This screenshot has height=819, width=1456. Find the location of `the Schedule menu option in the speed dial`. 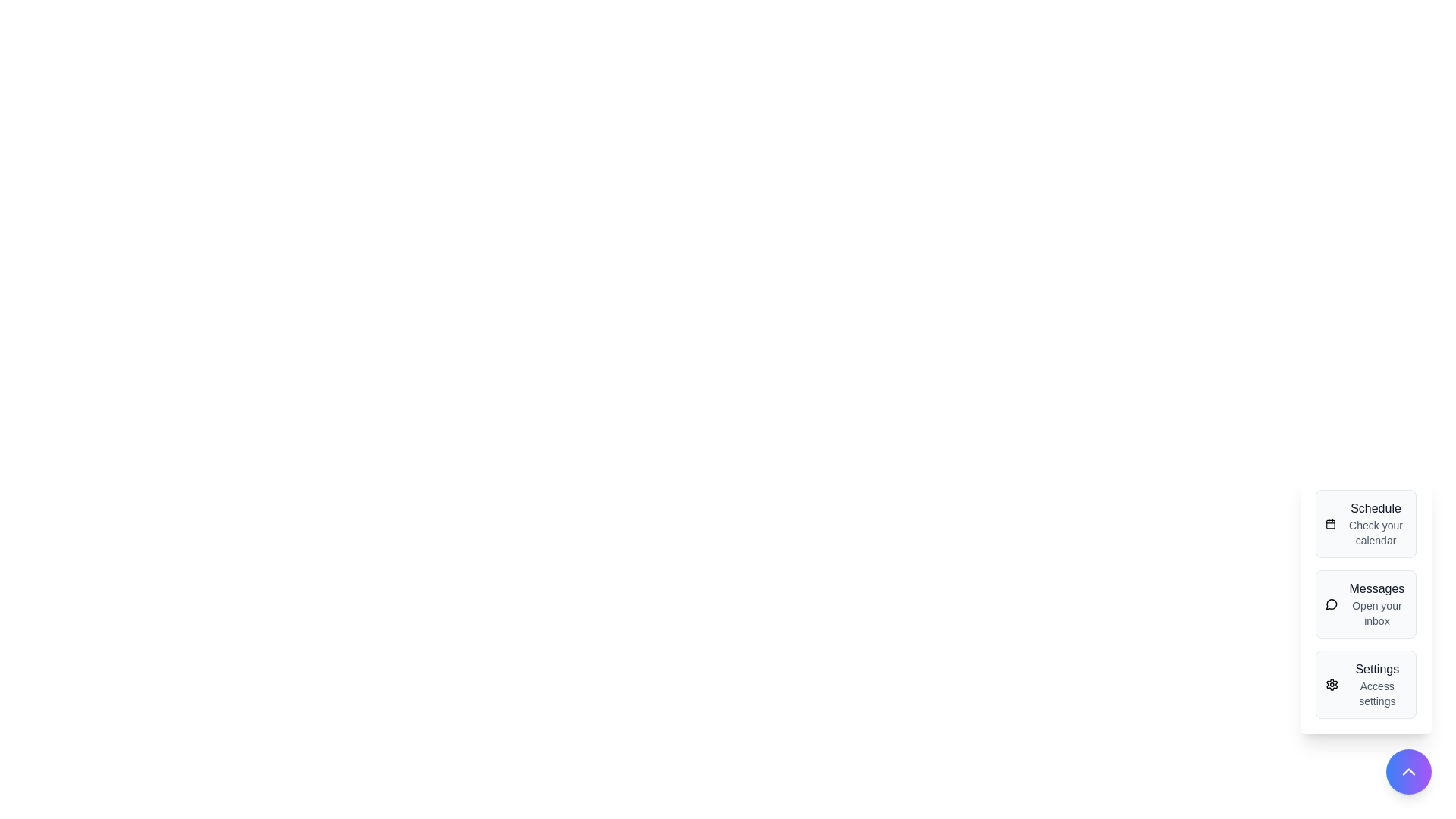

the Schedule menu option in the speed dial is located at coordinates (1366, 522).